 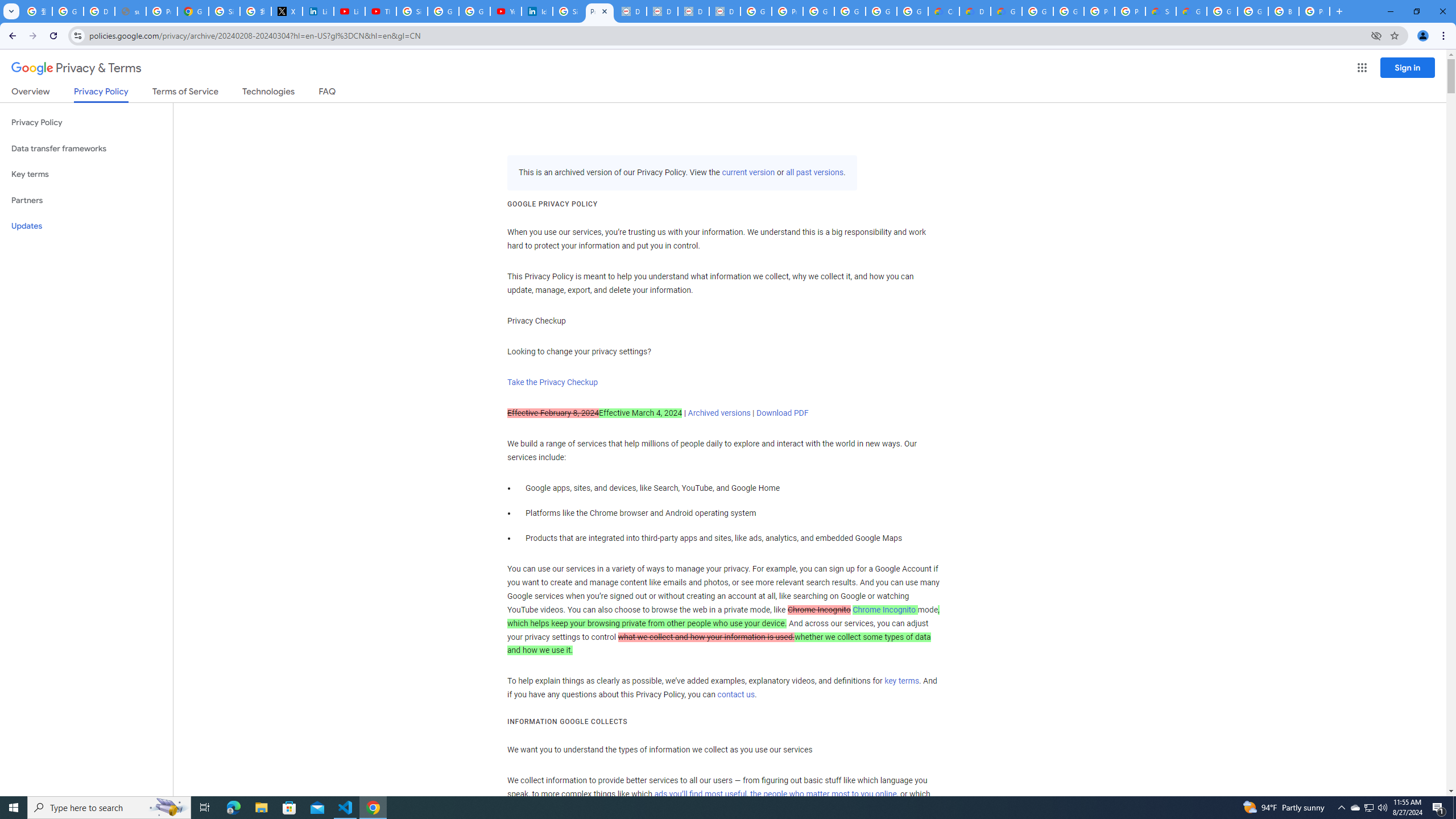 What do you see at coordinates (813, 172) in the screenshot?
I see `'all past versions'` at bounding box center [813, 172].